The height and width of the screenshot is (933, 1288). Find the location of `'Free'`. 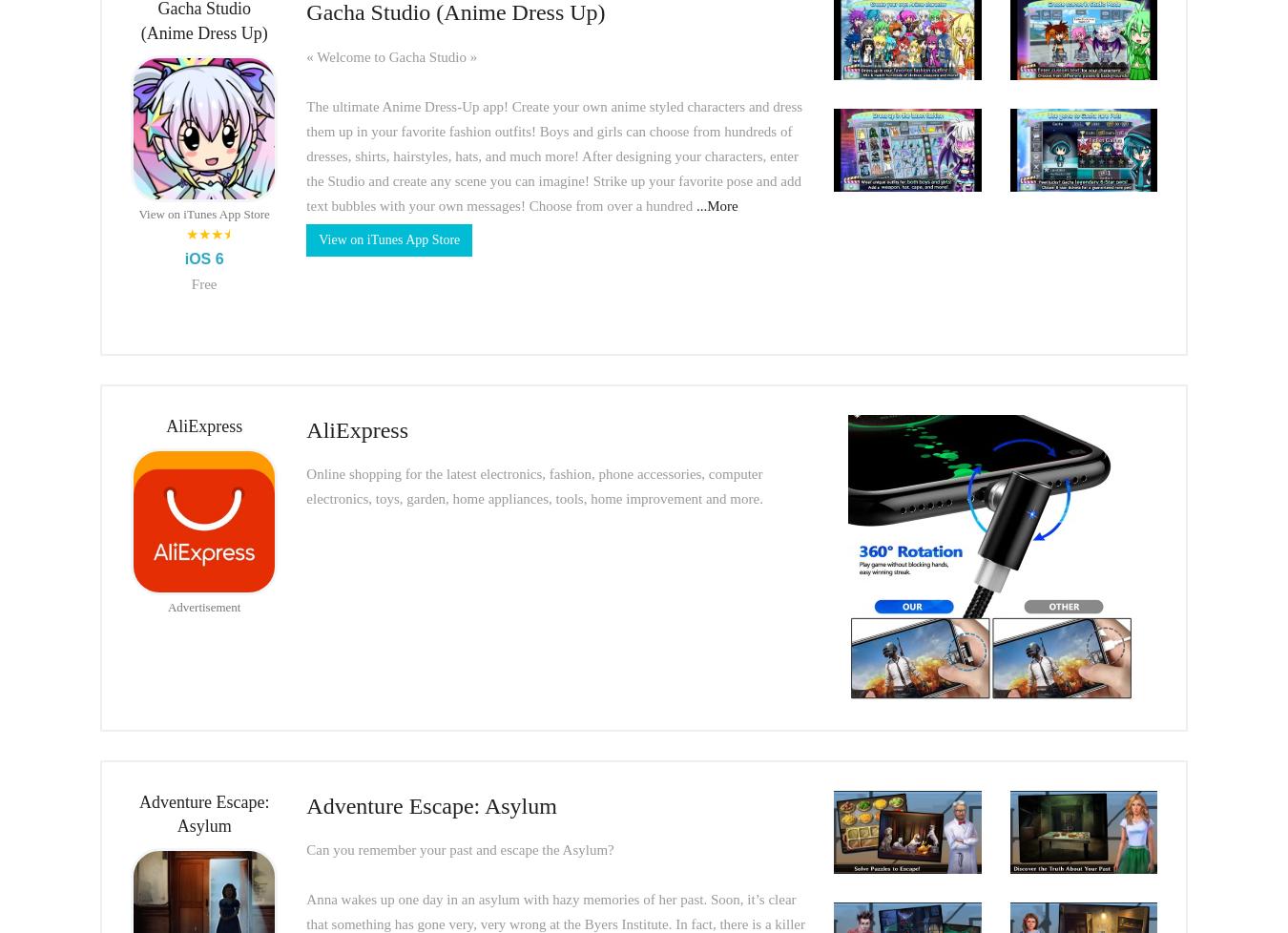

'Free' is located at coordinates (203, 282).